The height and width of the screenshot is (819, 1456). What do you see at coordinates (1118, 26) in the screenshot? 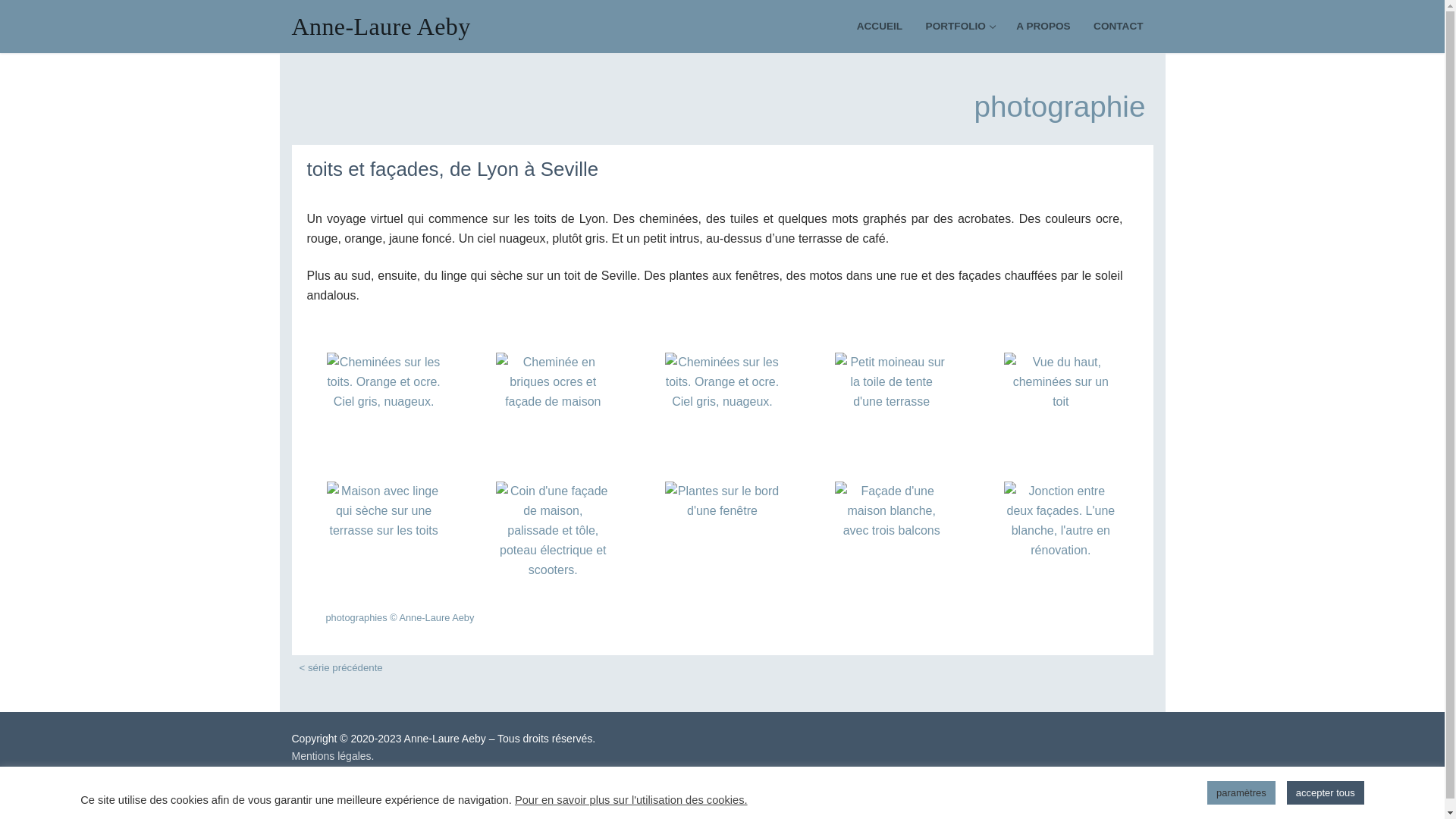
I see `'CONTACT'` at bounding box center [1118, 26].